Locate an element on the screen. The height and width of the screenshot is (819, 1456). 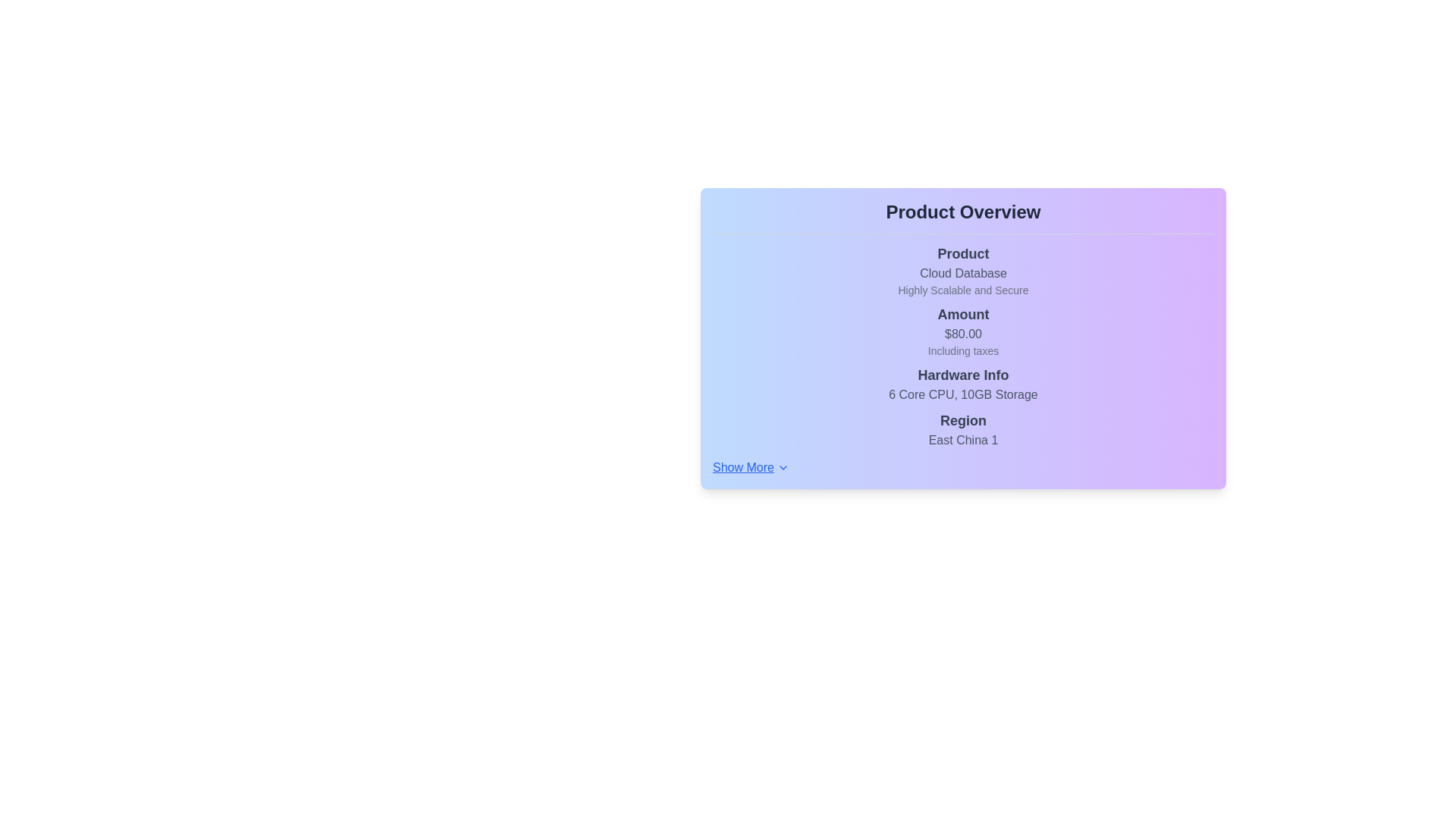
the Text group that displays 'Product', 'Cloud Database', and 'Highly Scalable and Secure' within the 'Product Overview' section is located at coordinates (962, 270).